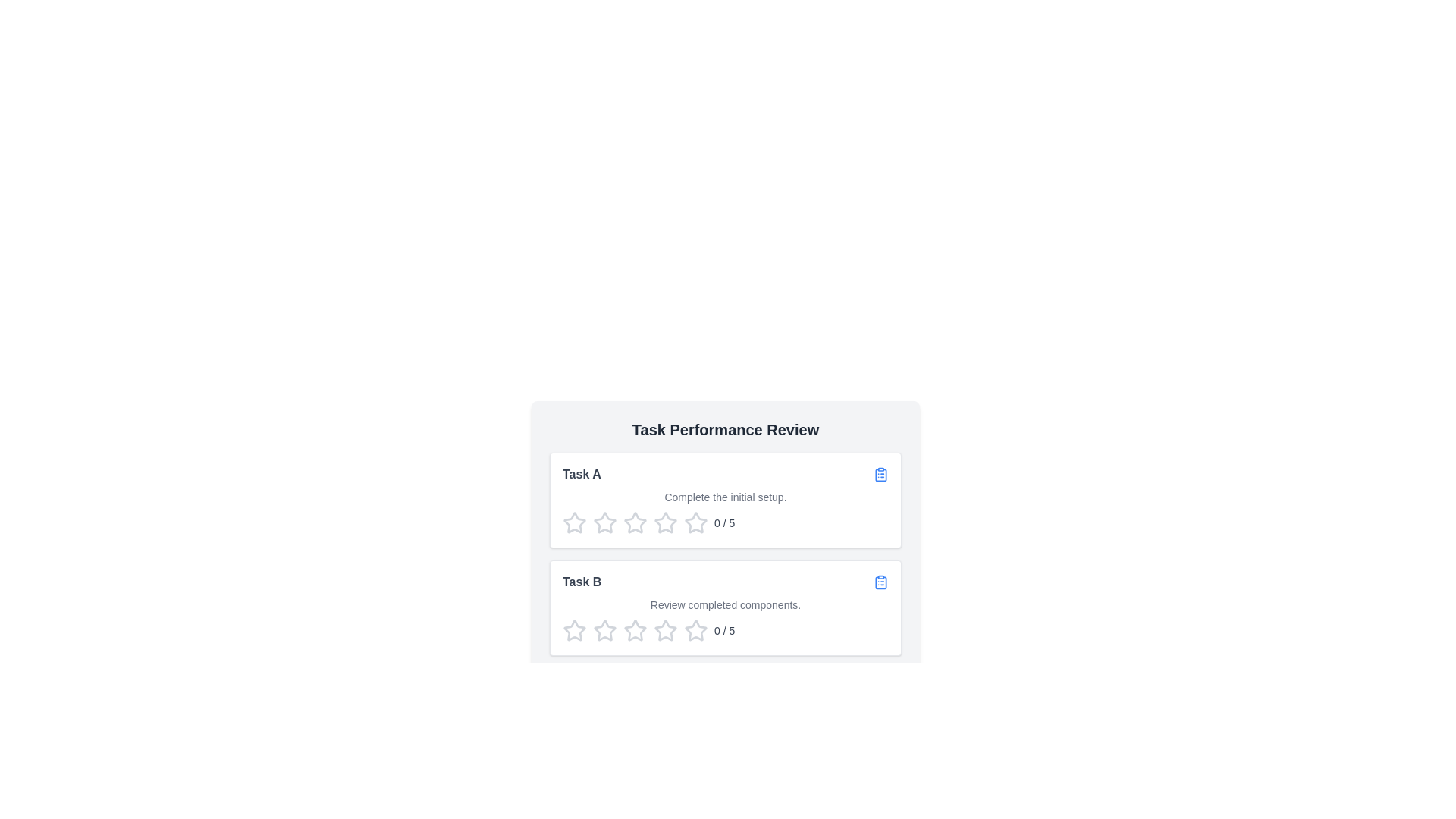  I want to click on the fourth star in the row of five stars under 'Task B' in the 'Task Performance Review' section to indicate a rating selection, so click(635, 631).